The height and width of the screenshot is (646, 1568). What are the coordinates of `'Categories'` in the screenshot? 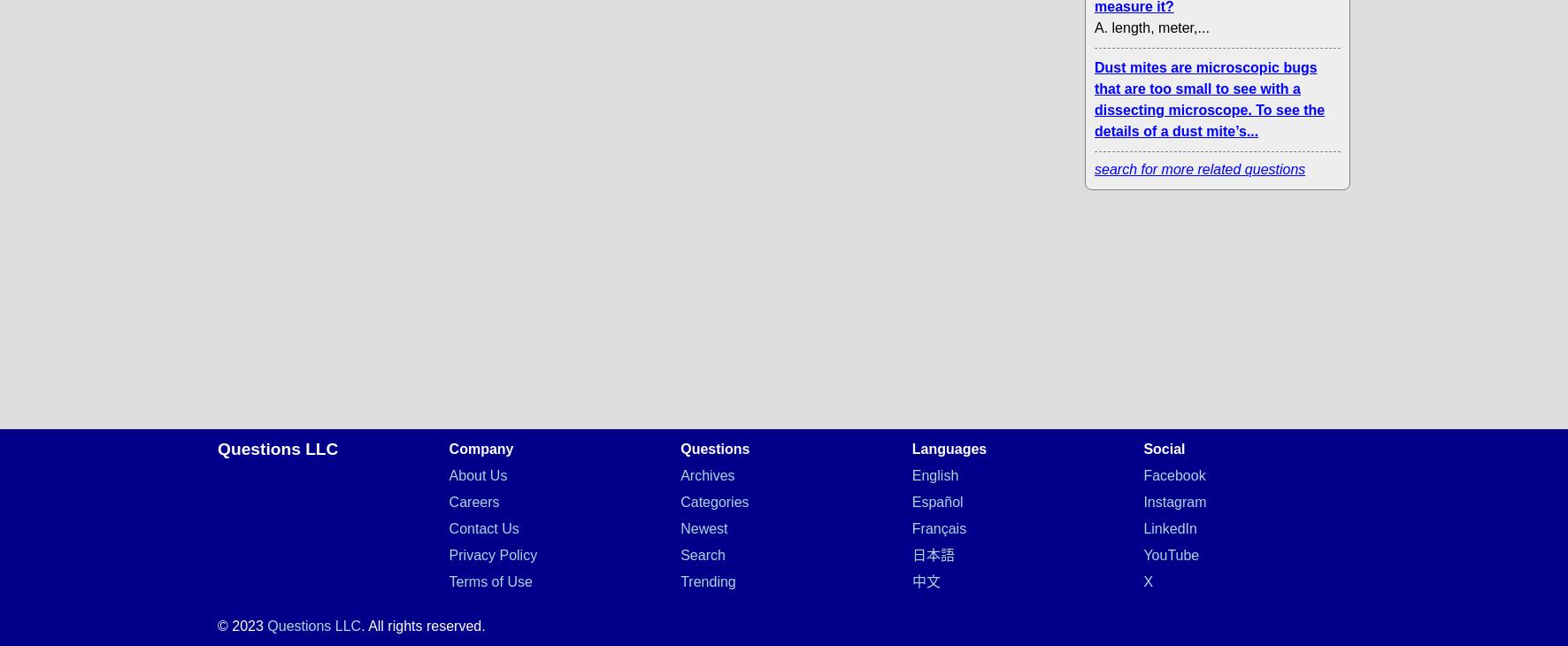 It's located at (714, 502).